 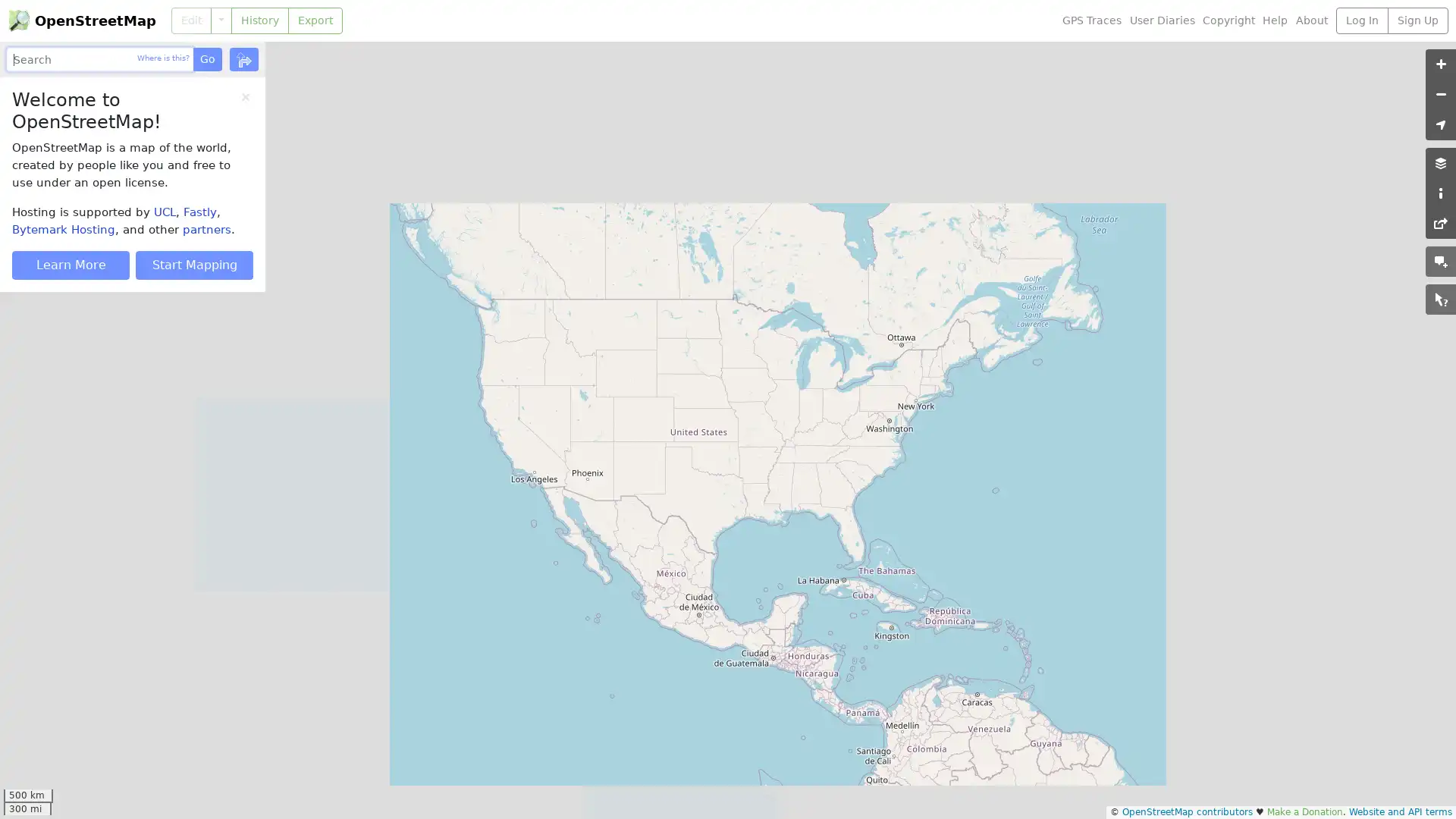 What do you see at coordinates (206, 58) in the screenshot?
I see `Go` at bounding box center [206, 58].